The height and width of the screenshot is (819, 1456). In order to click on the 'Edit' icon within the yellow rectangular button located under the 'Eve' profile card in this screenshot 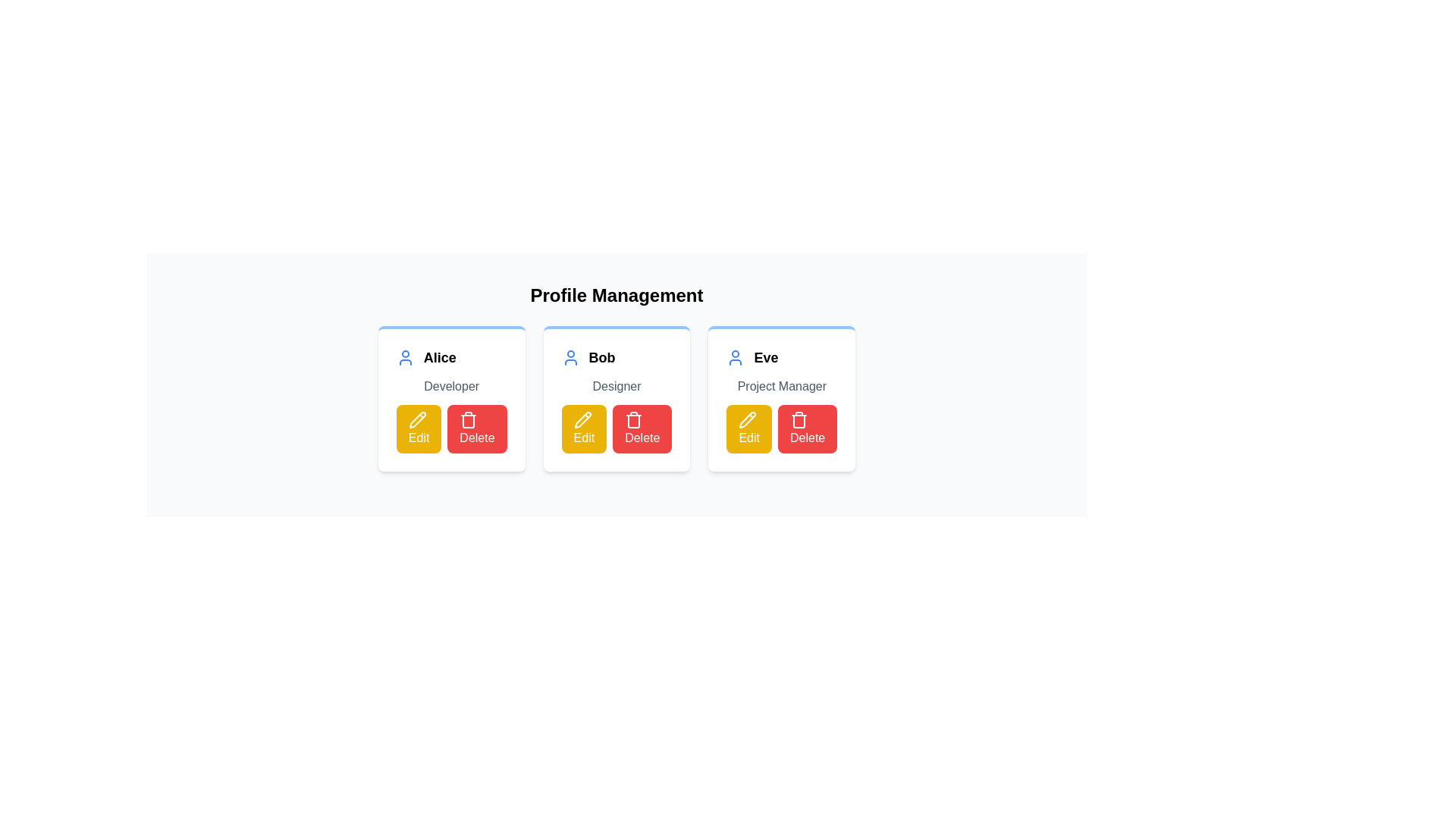, I will do `click(748, 420)`.